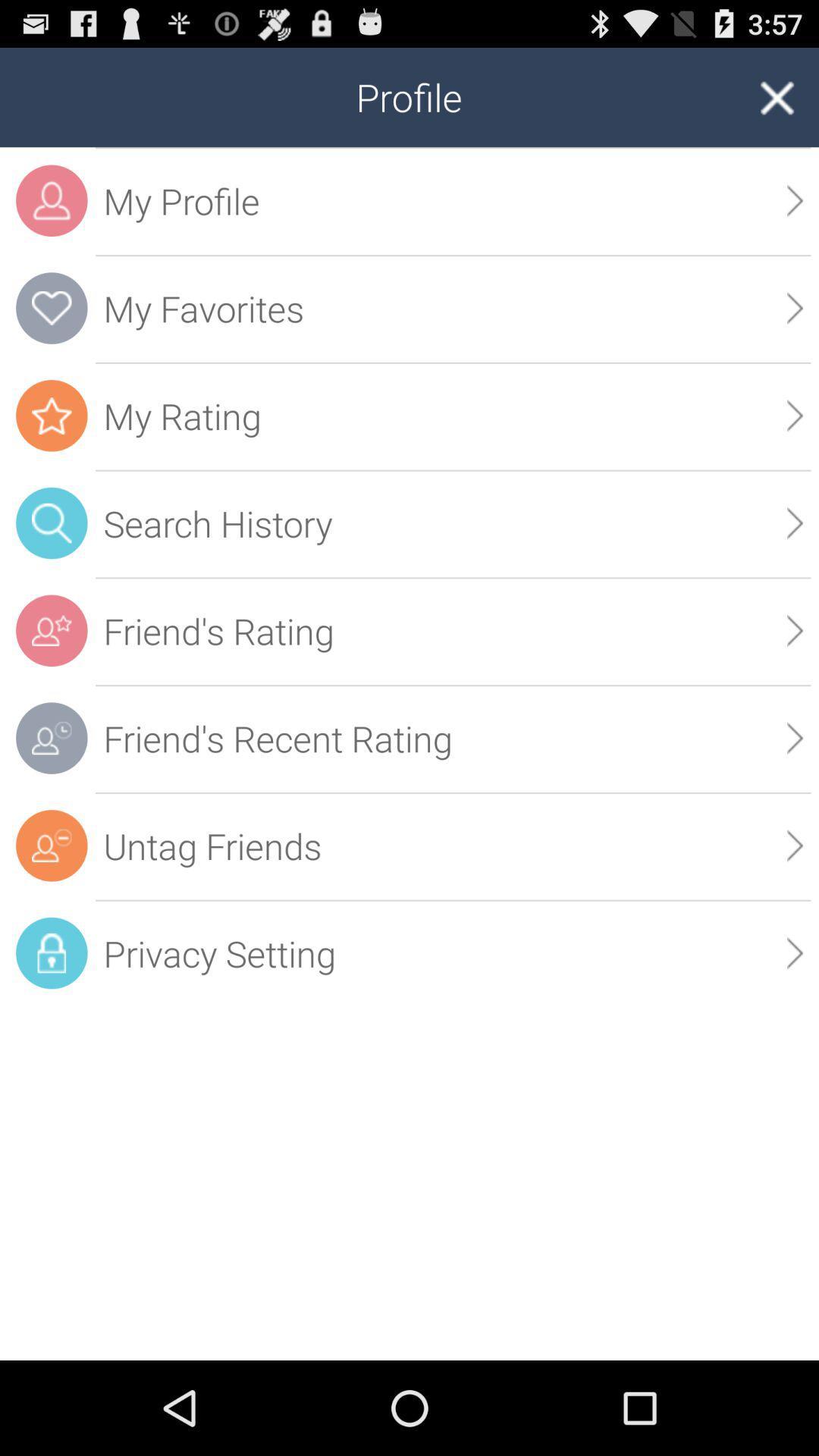 The width and height of the screenshot is (819, 1456). Describe the element at coordinates (51, 199) in the screenshot. I see `the icon which is just beside the my profile` at that location.